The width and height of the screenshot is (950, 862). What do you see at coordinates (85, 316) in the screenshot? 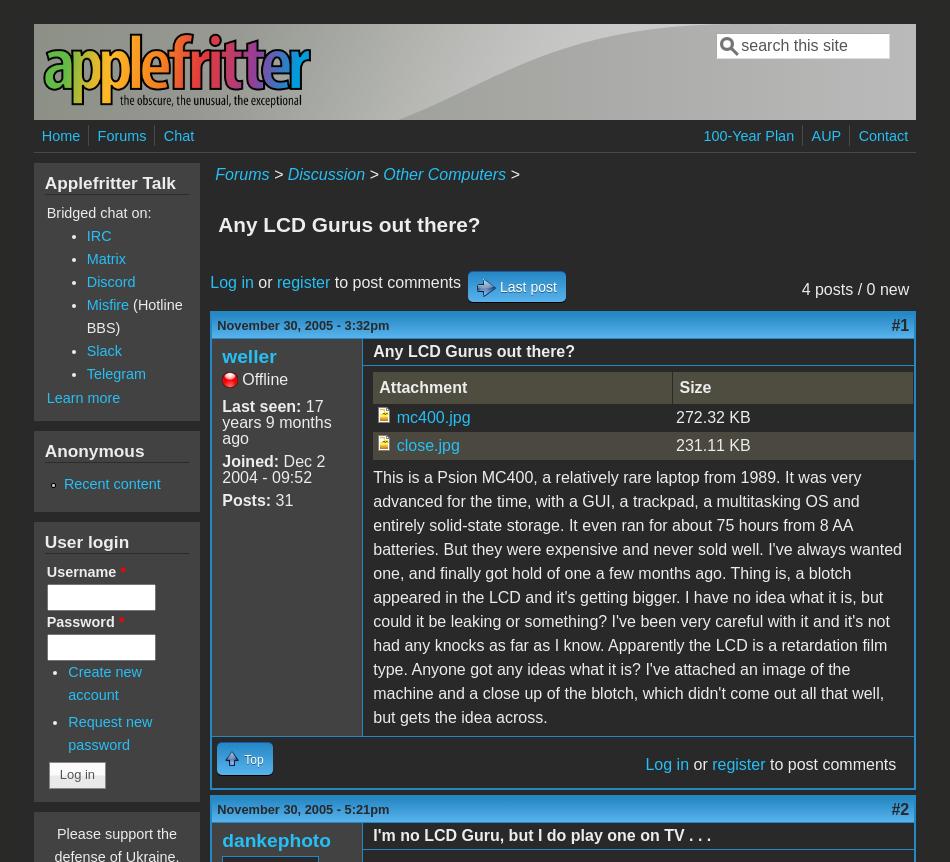
I see `'(Hotline BBS)'` at bounding box center [85, 316].